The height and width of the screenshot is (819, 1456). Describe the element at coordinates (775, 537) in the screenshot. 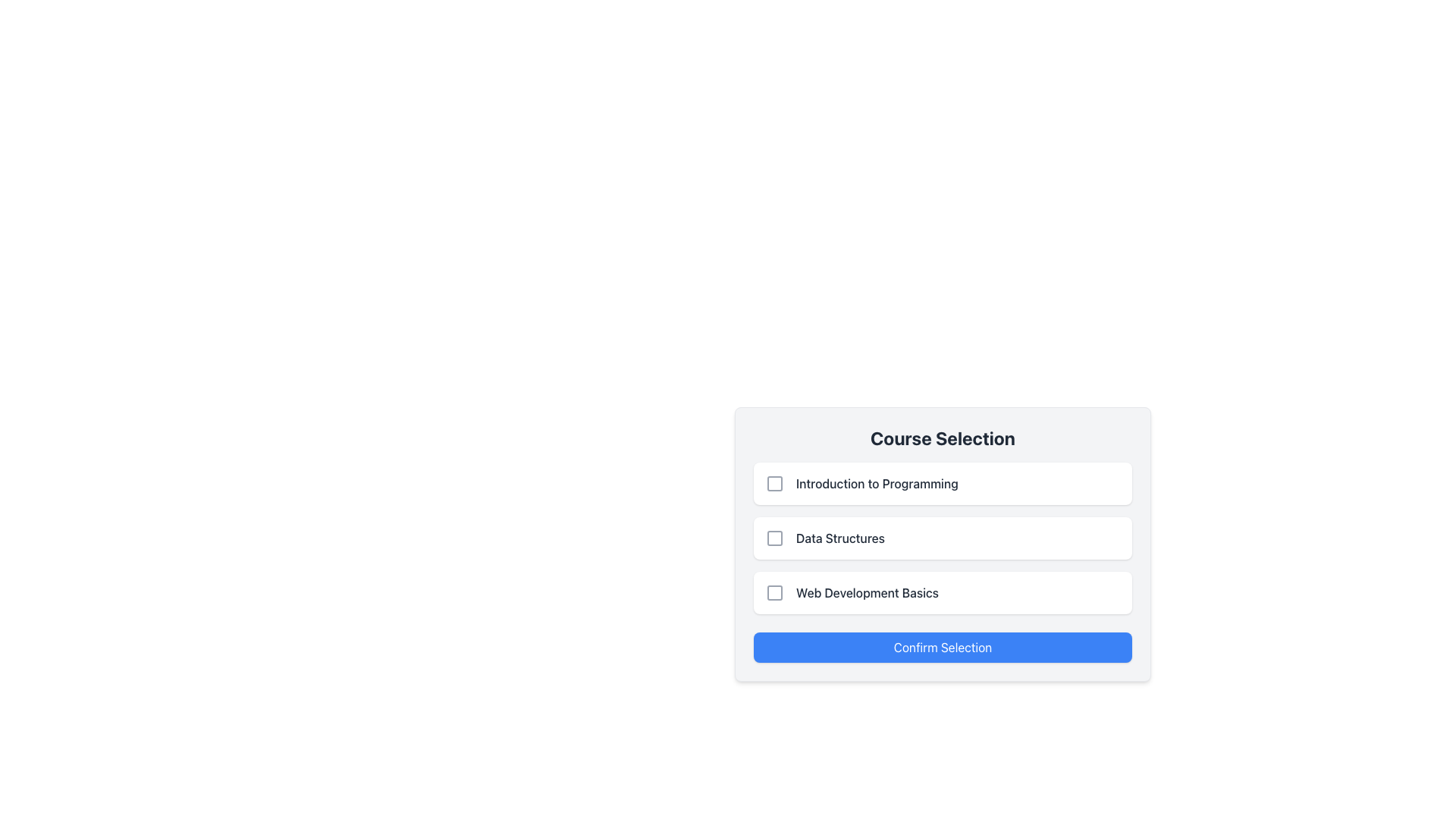

I see `the checkbox` at that location.